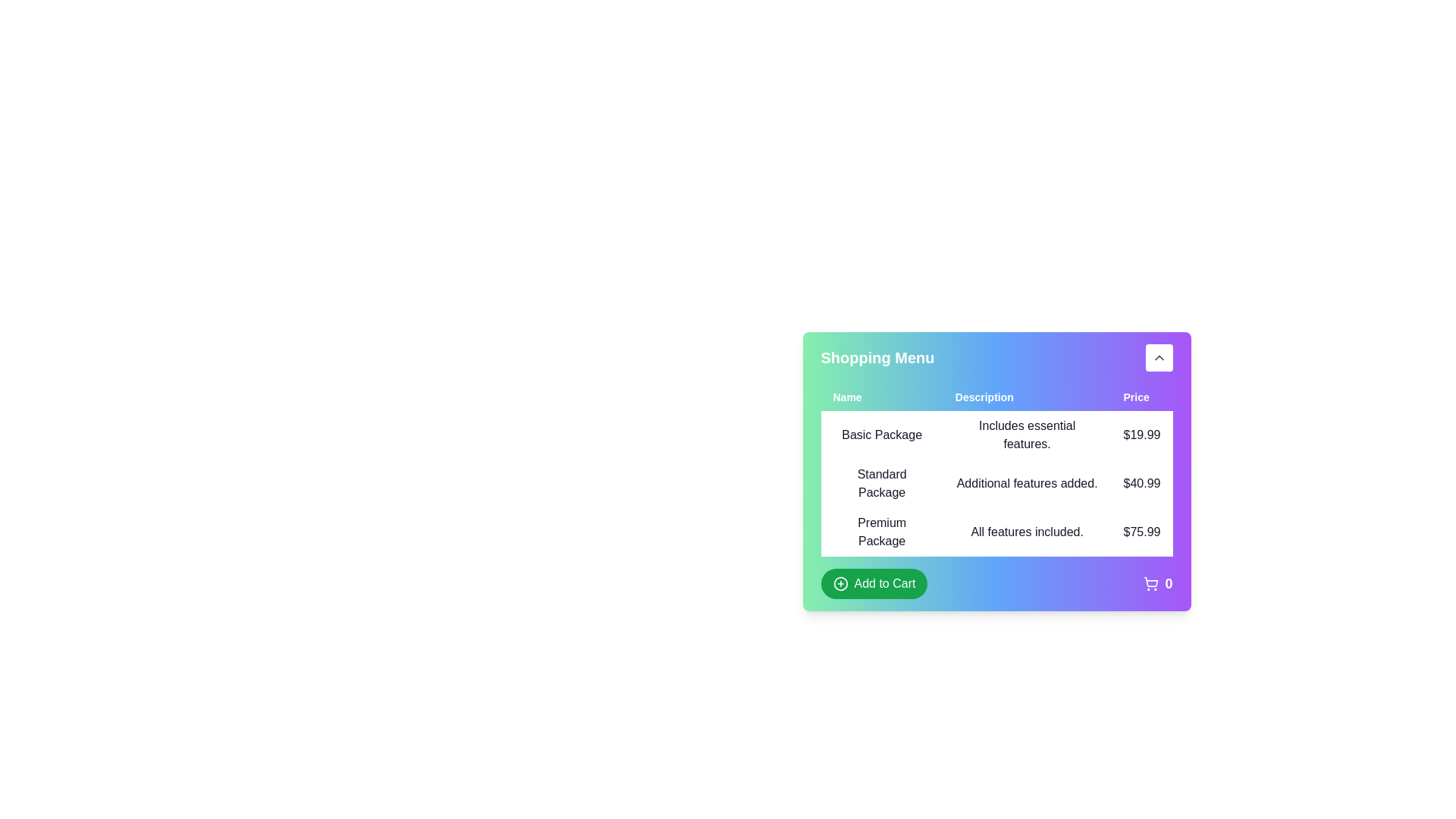 This screenshot has height=819, width=1456. What do you see at coordinates (1158, 357) in the screenshot?
I see `the button located at the top-right corner of the 'Shopping Menu' section` at bounding box center [1158, 357].